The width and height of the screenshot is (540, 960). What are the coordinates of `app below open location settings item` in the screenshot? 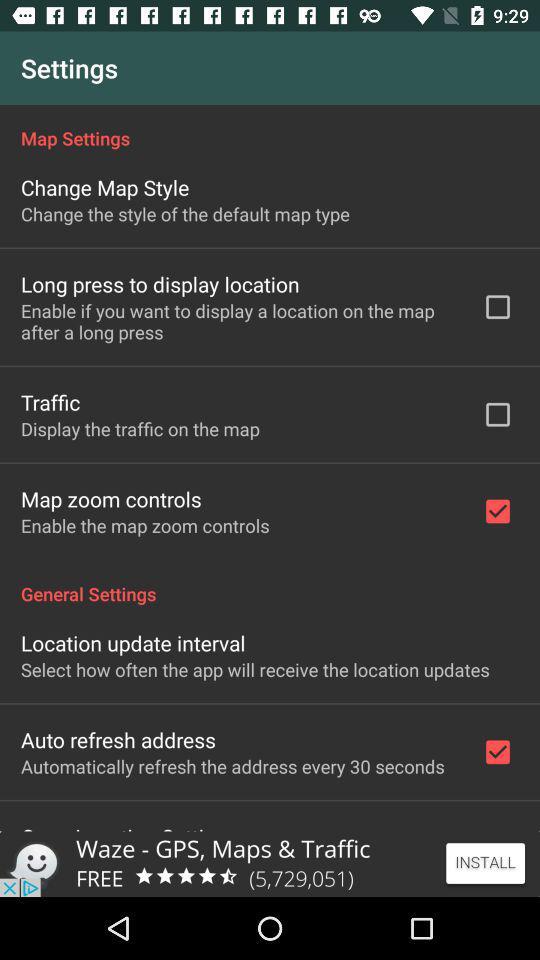 It's located at (270, 863).